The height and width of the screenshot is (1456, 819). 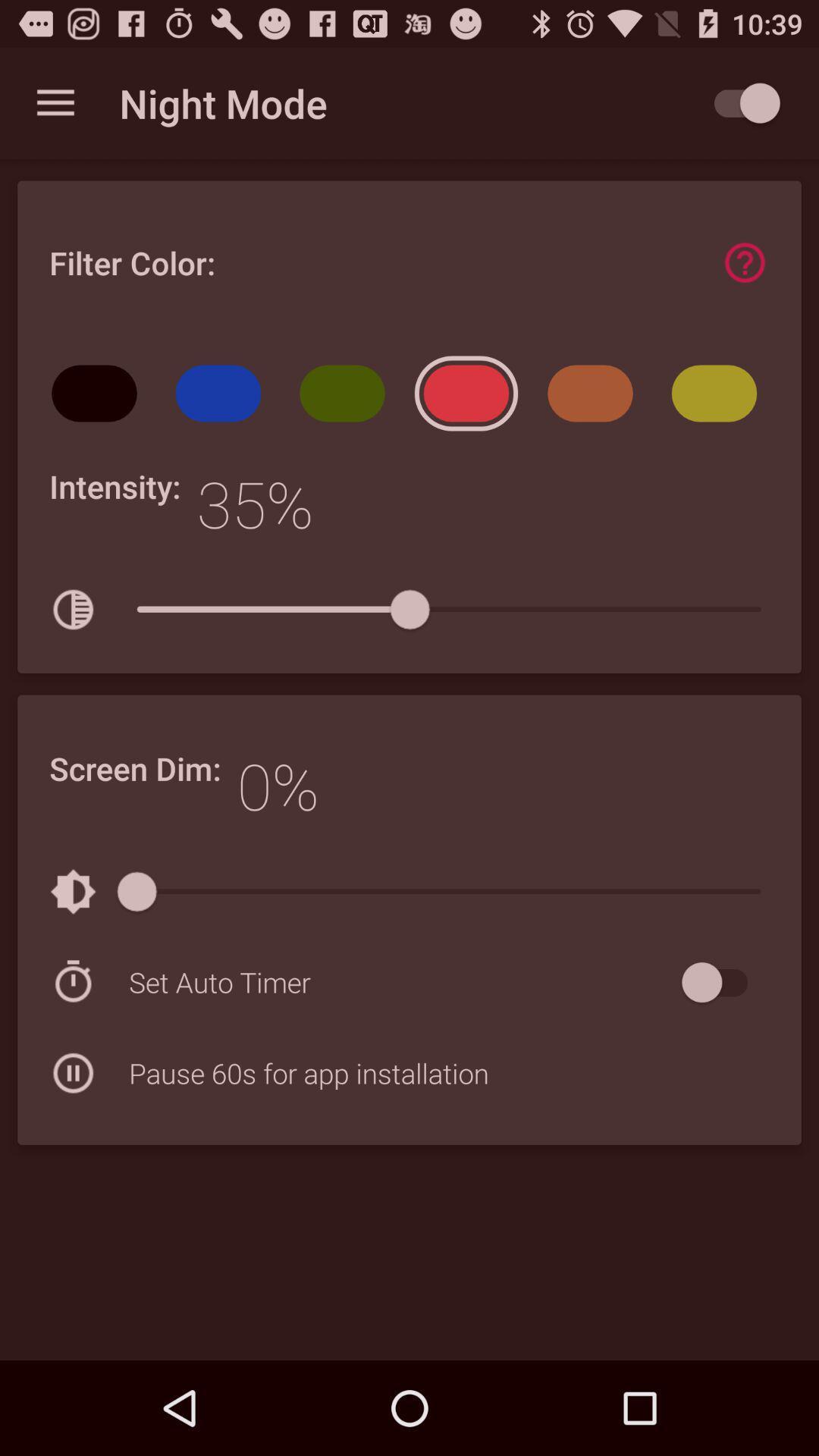 What do you see at coordinates (721, 982) in the screenshot?
I see `on/off` at bounding box center [721, 982].